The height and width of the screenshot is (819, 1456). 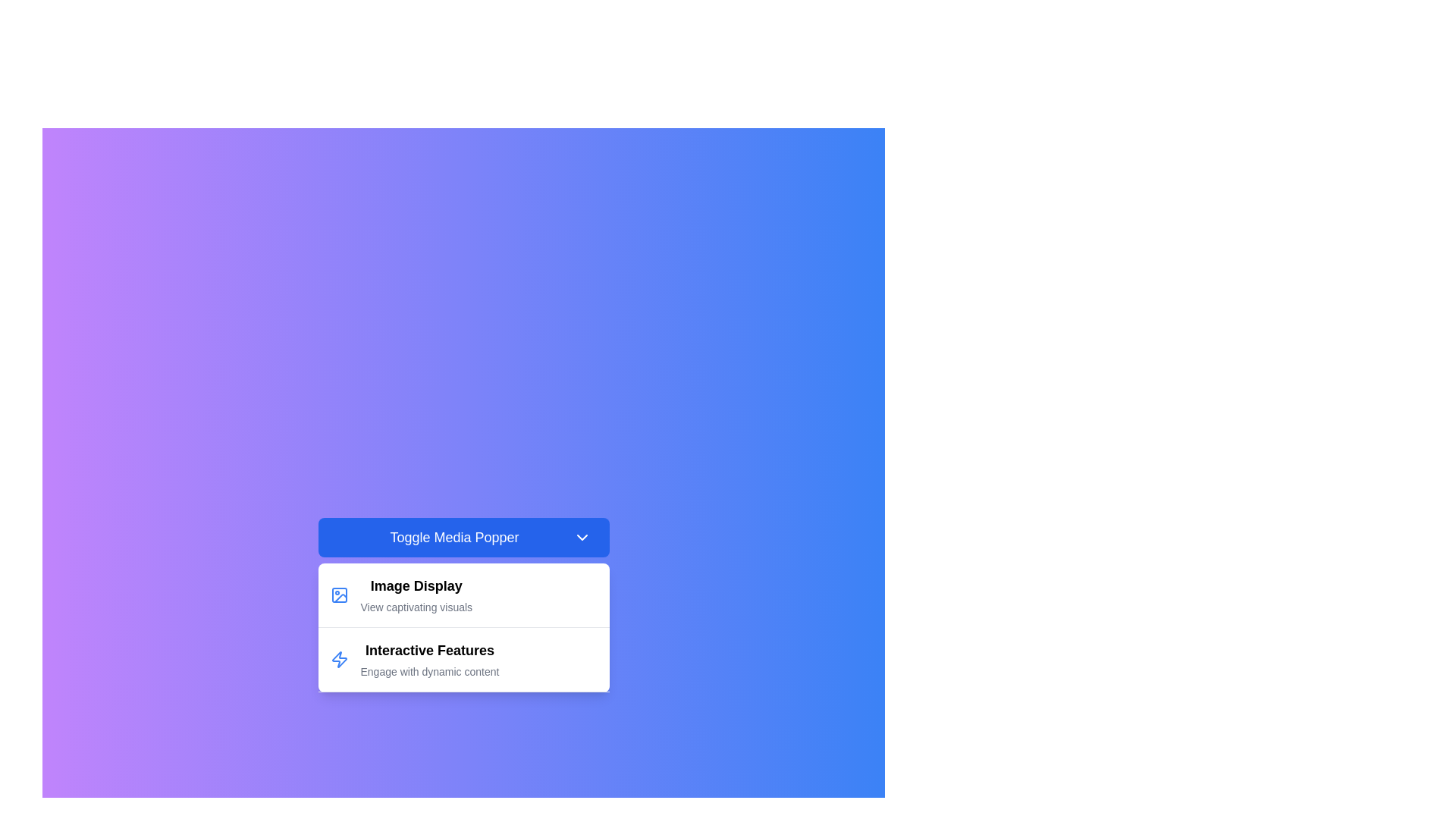 I want to click on the 'Interactive Features' menu item in the dropdown menu, so click(x=463, y=659).